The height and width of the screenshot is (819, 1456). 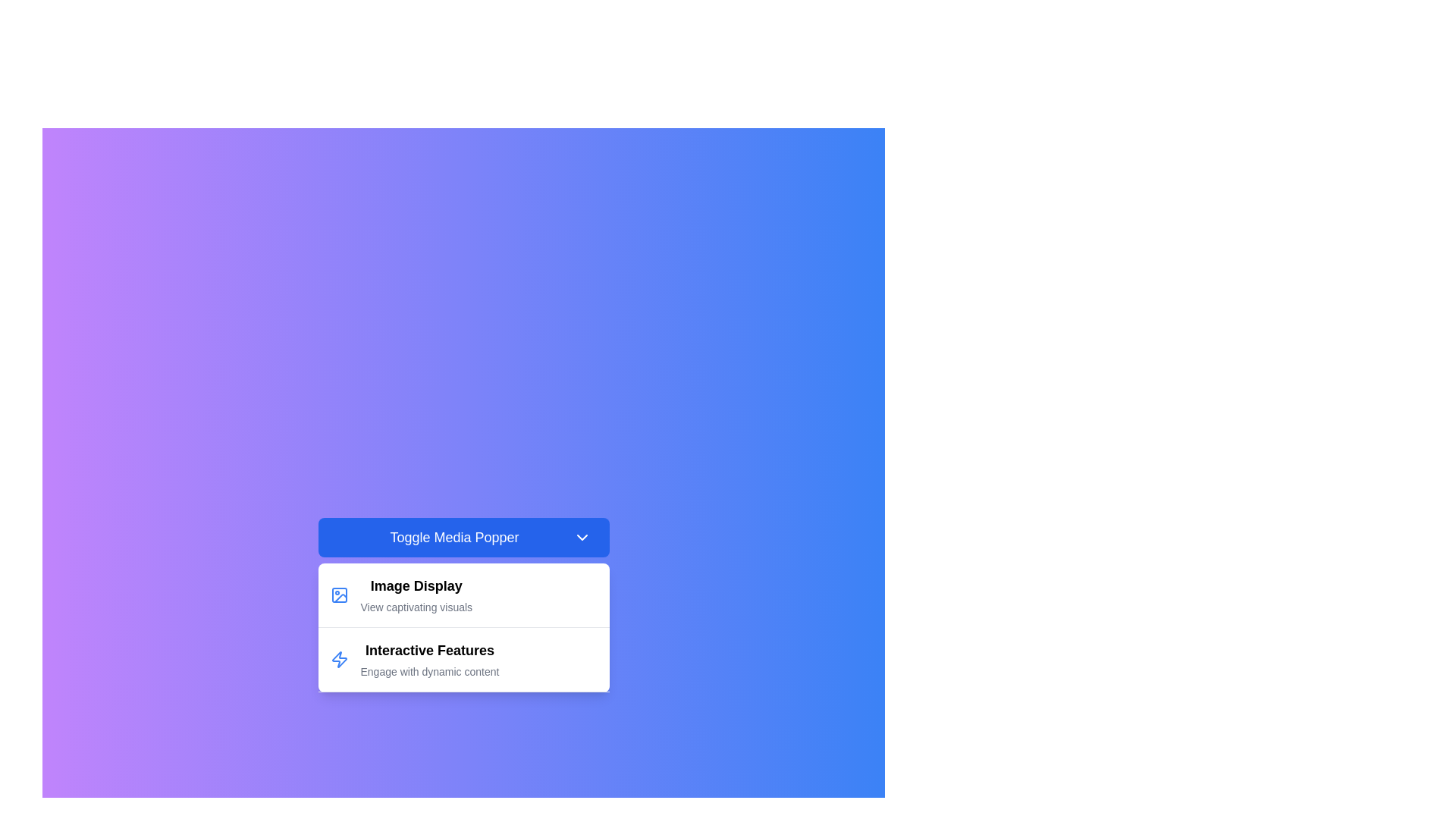 I want to click on the 'Interactive Features' menu item in the dropdown menu, so click(x=463, y=659).